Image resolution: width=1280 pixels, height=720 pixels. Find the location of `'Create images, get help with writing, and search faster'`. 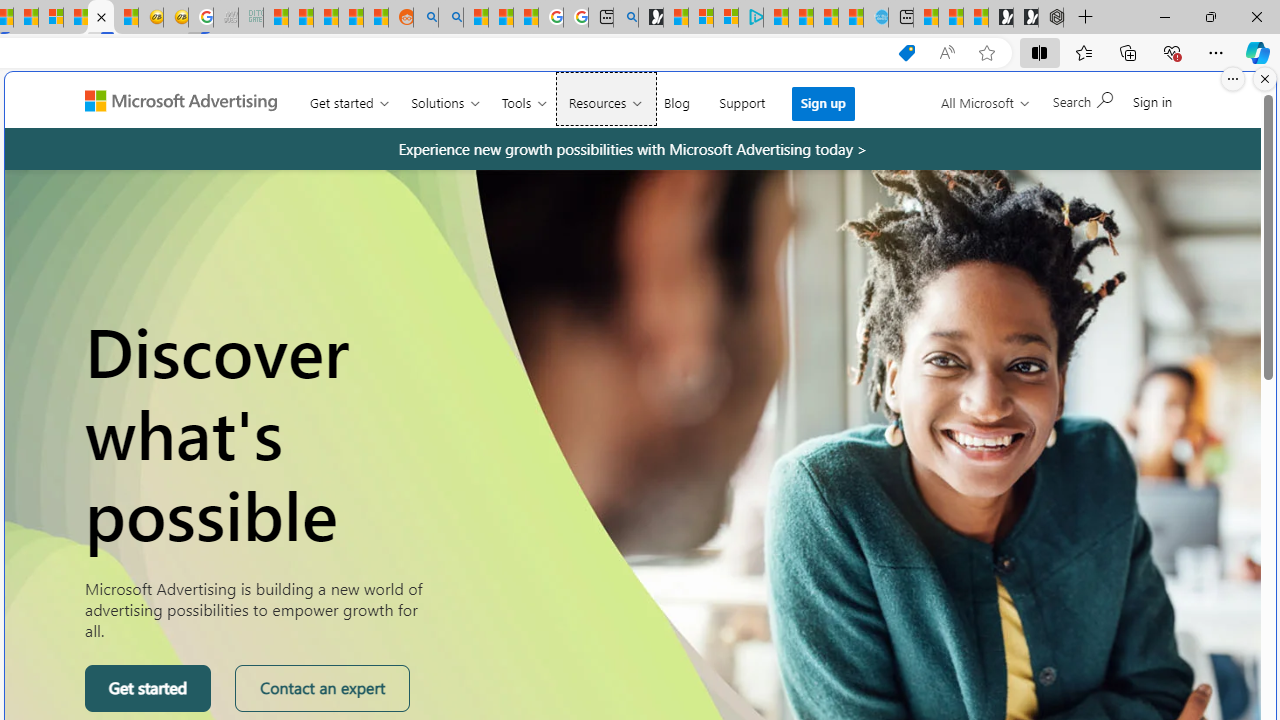

'Create images, get help with writing, and search faster' is located at coordinates (90, 109).